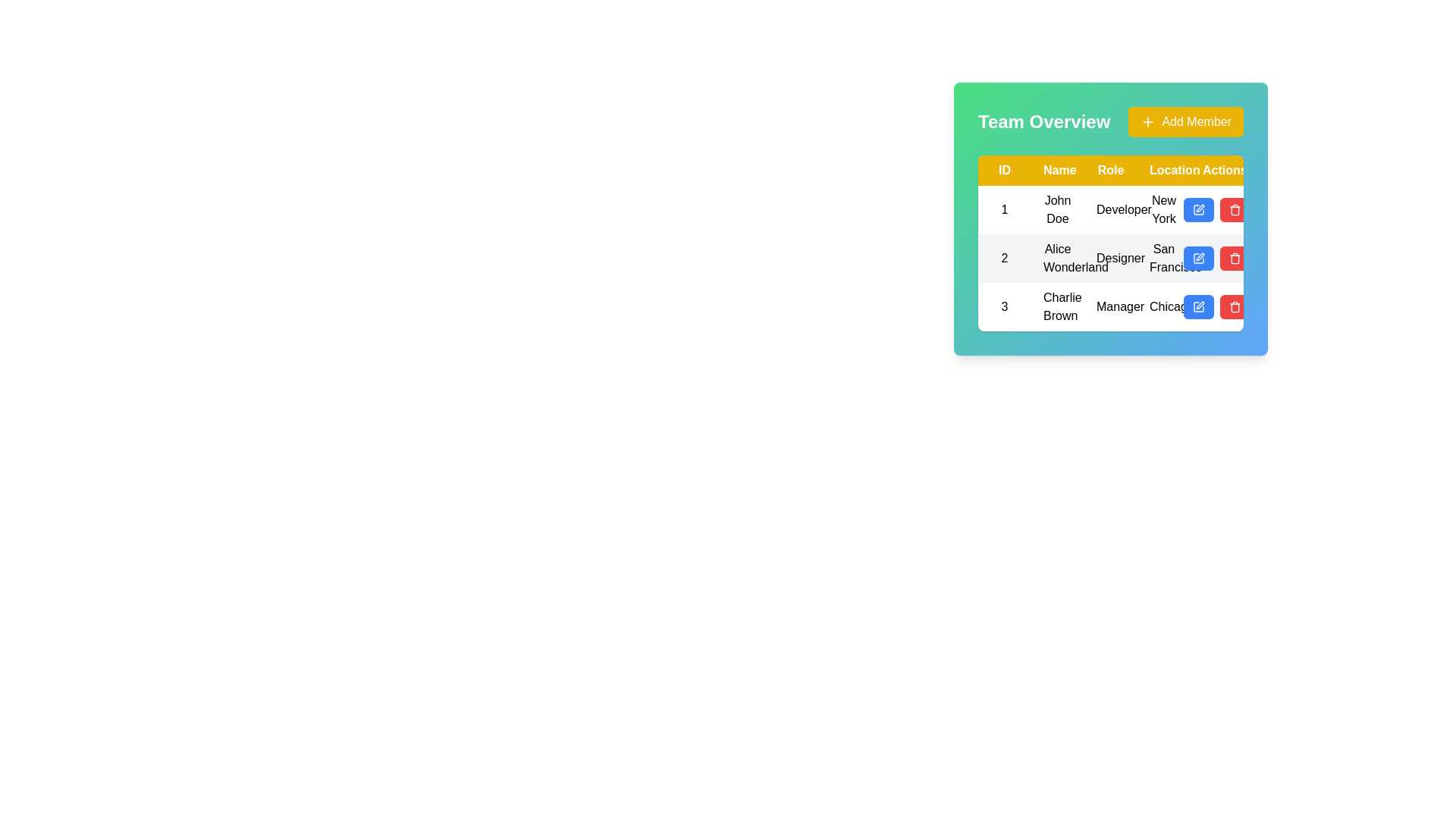 The width and height of the screenshot is (1456, 819). I want to click on the graphical separator located in the middle of the 'Actions' column in the second row of the table under the 'Team Overview' section, which separates the blue button on the left and the red button on the right, so click(1216, 257).